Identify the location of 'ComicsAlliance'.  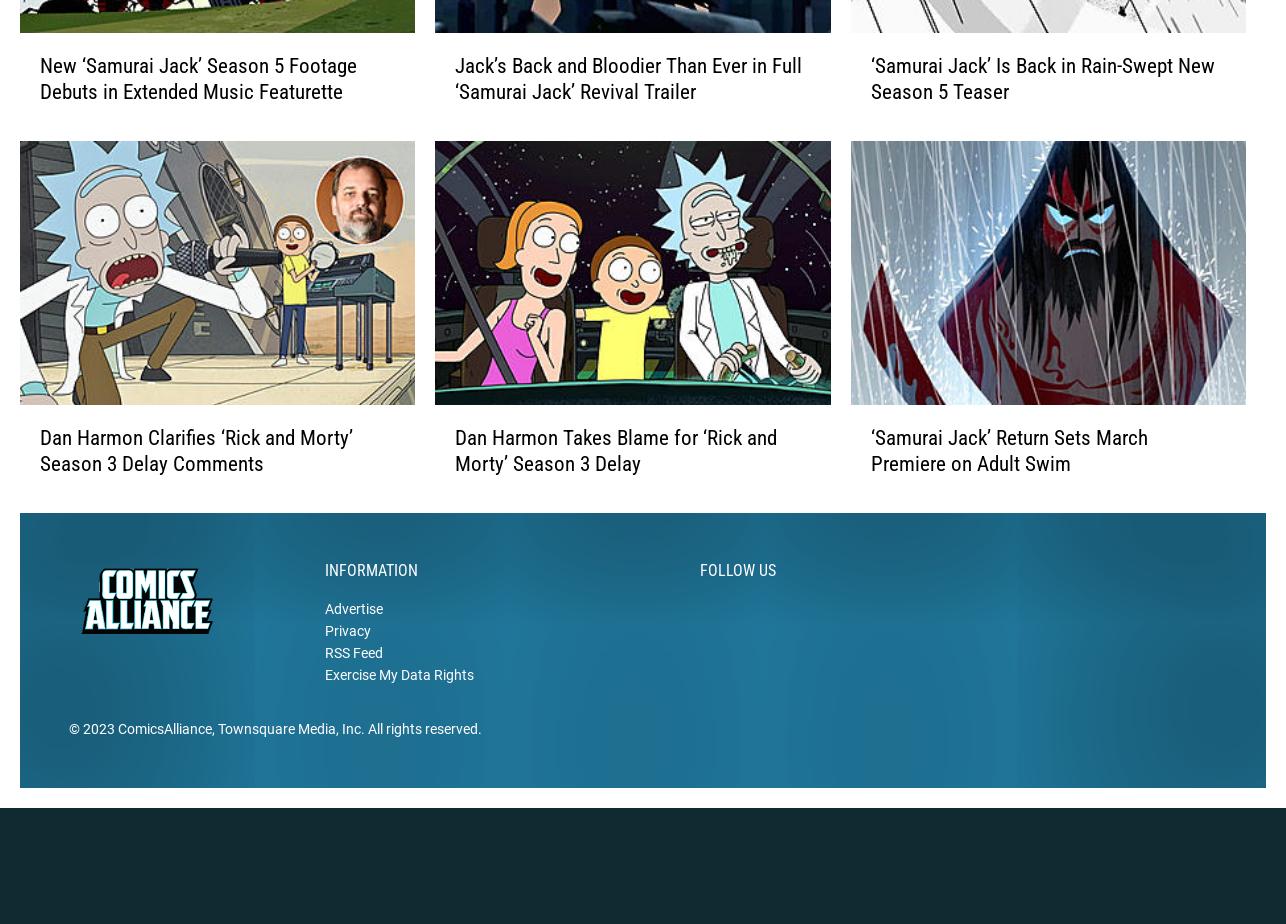
(164, 761).